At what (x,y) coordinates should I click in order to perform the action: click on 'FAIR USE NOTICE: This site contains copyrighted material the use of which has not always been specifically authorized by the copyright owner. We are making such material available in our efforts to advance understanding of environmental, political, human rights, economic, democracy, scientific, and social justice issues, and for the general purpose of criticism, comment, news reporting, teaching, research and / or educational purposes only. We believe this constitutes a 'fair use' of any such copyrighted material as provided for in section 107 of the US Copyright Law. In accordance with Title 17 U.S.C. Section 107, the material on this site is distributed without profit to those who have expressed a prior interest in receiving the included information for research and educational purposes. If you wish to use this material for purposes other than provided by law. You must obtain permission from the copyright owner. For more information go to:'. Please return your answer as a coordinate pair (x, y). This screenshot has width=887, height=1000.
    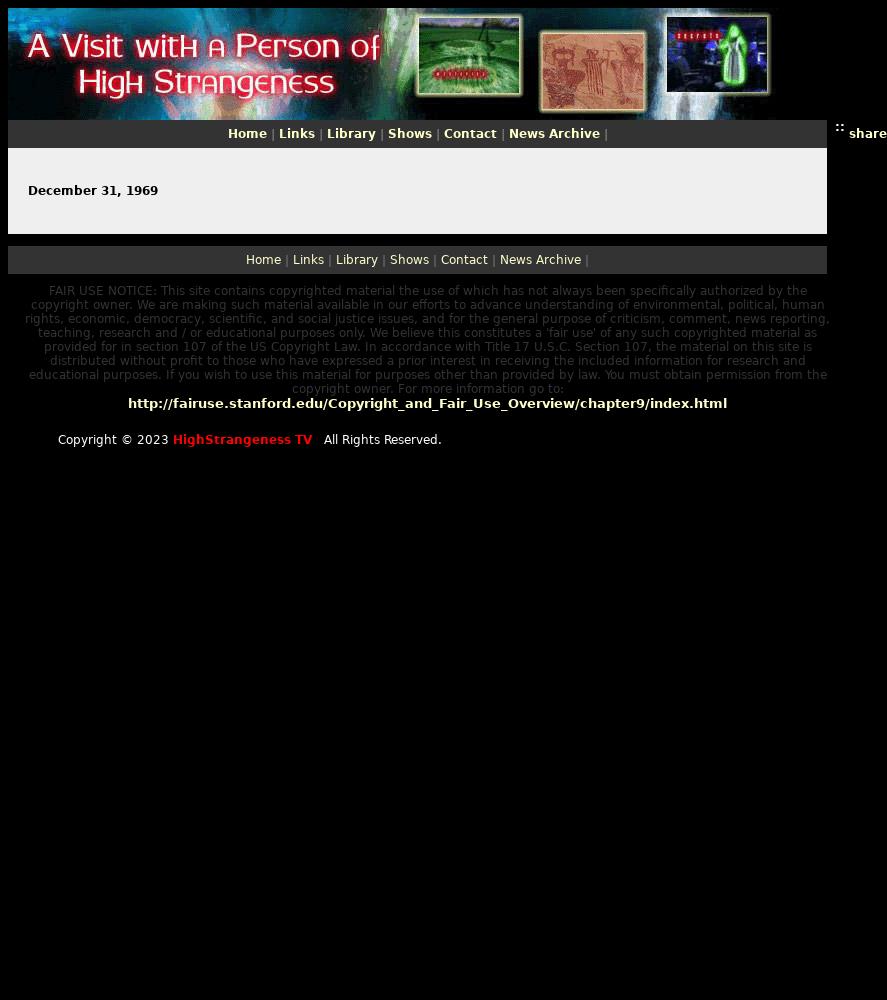
    Looking at the image, I should click on (427, 339).